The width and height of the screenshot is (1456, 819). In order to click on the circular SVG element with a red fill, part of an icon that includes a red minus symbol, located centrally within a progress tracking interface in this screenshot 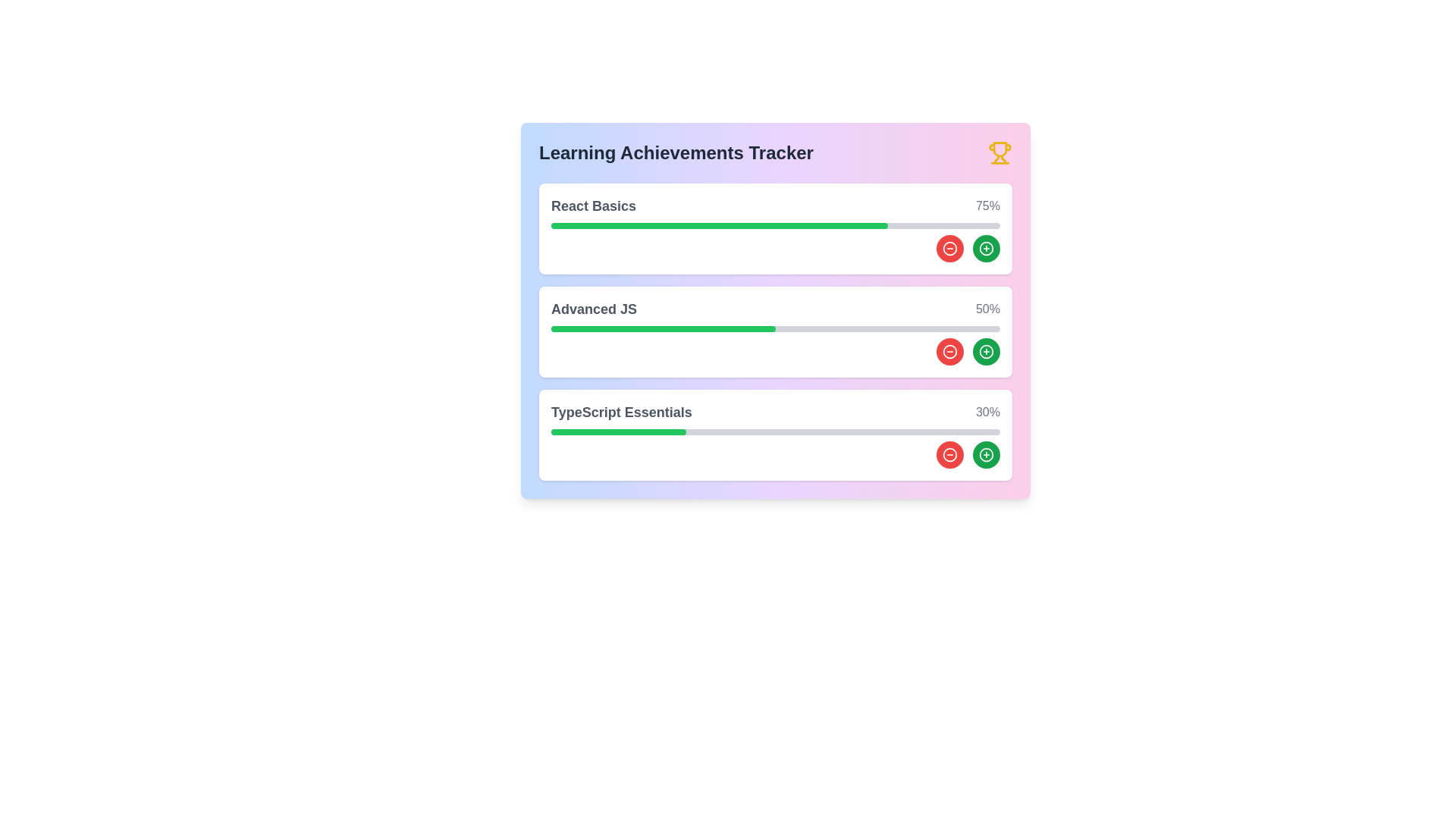, I will do `click(949, 351)`.